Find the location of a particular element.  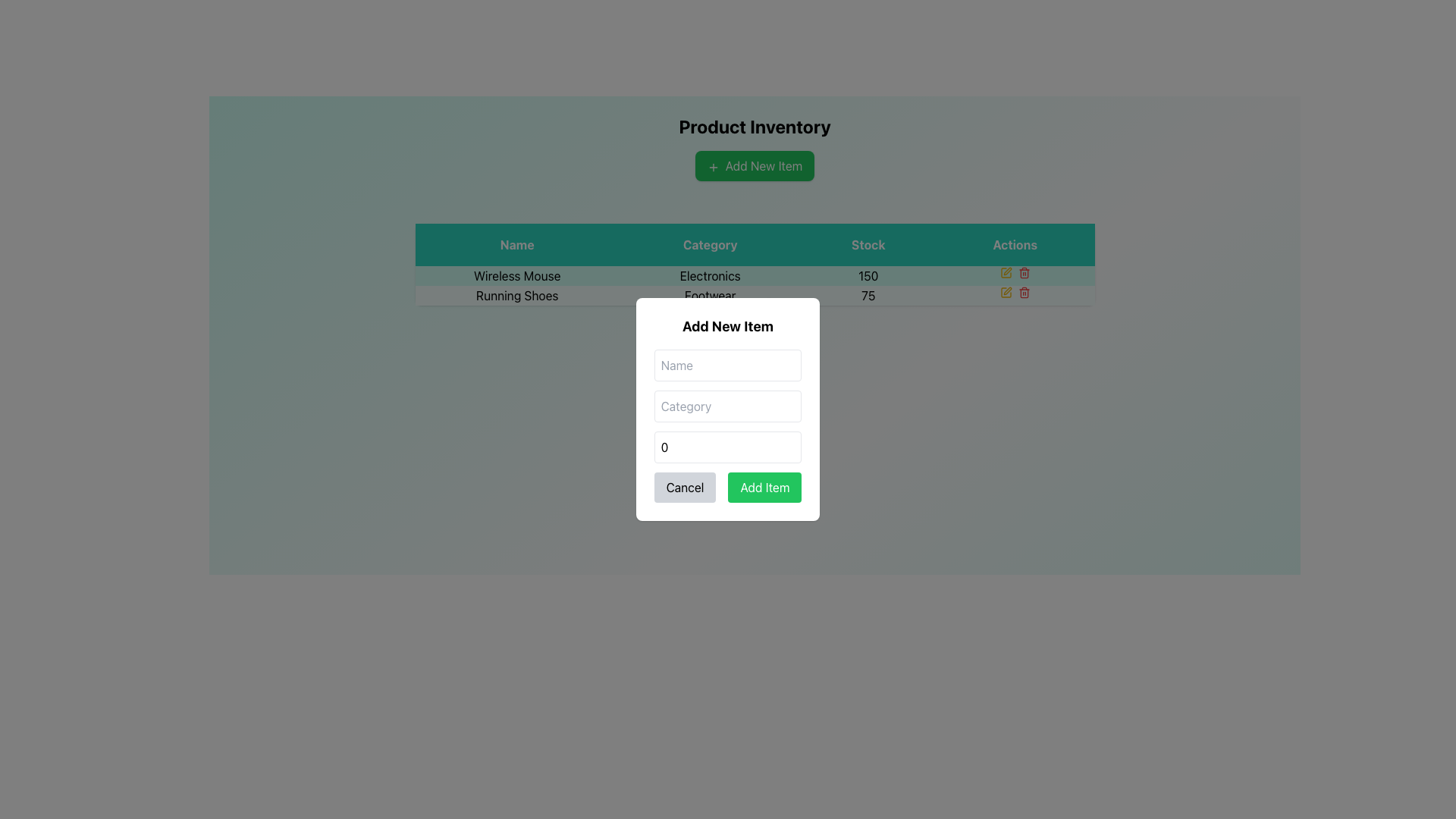

the 'Cancel' button, which is a rectangular button with rounded corners, styled with a light gray background and black centered text, located at the bottom left corner of the modal dialog box is located at coordinates (684, 488).